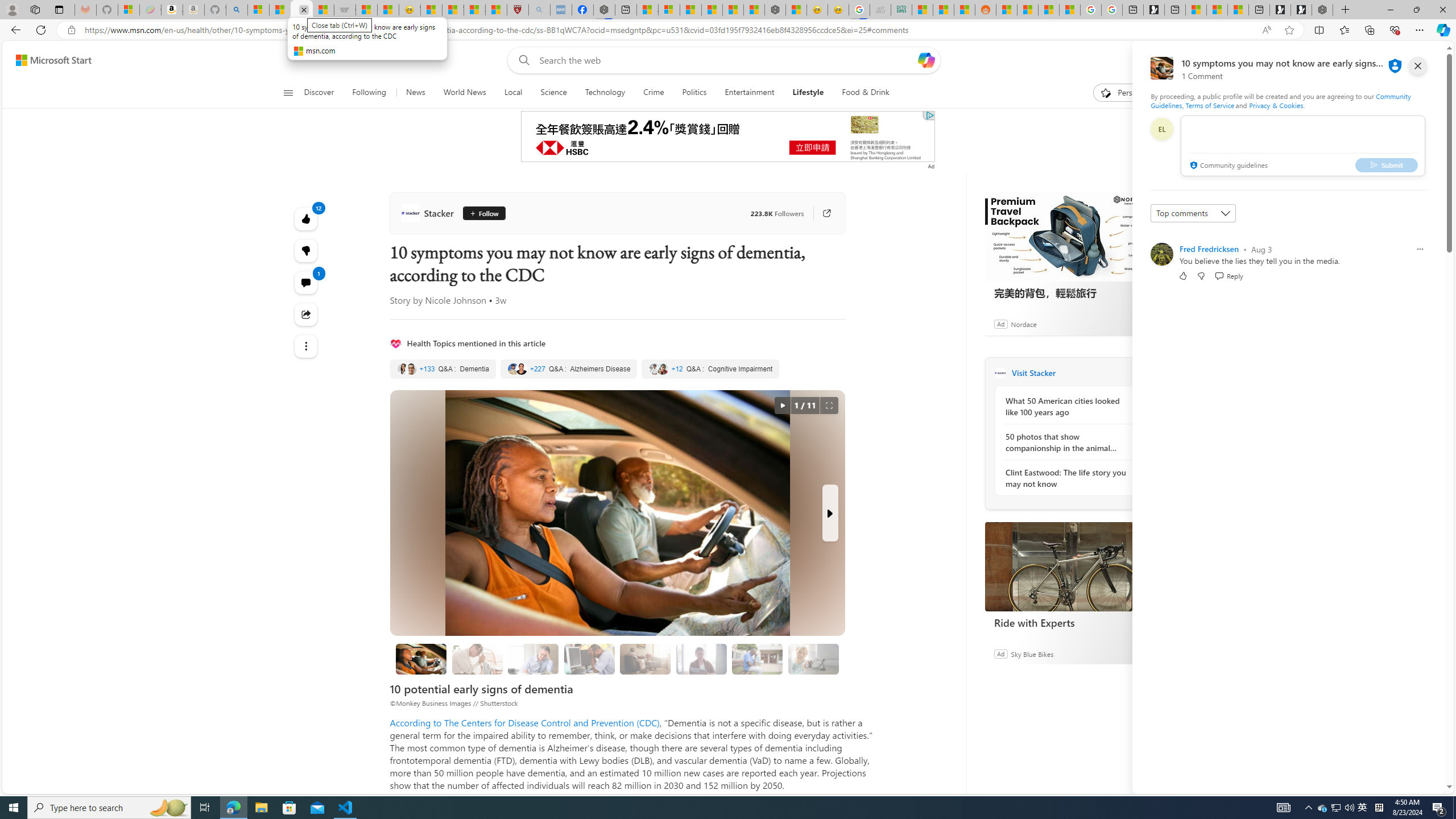  What do you see at coordinates (305, 346) in the screenshot?
I see `'See more'` at bounding box center [305, 346].